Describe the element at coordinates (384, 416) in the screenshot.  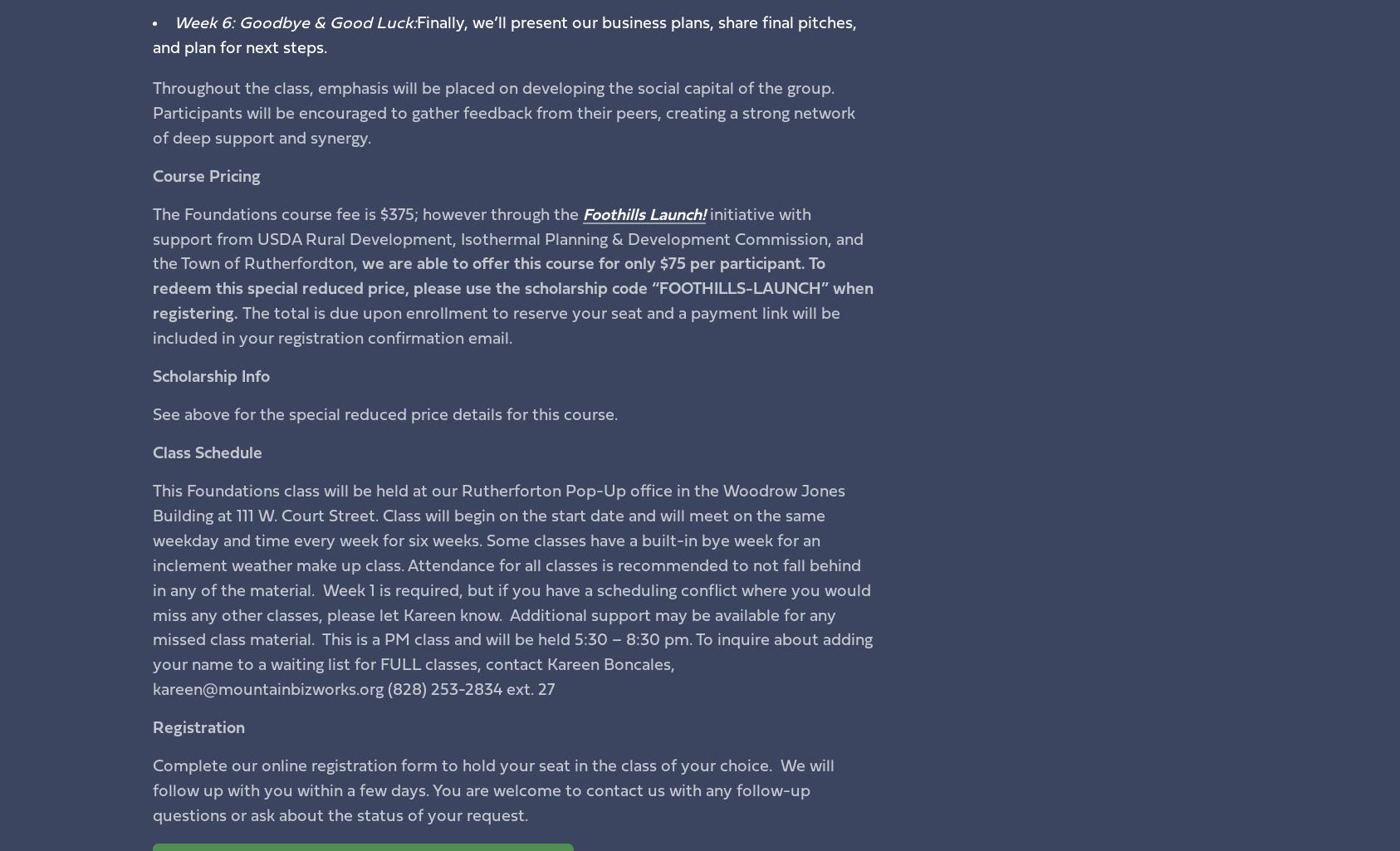
I see `'See above for the special reduced price details for this course.'` at that location.